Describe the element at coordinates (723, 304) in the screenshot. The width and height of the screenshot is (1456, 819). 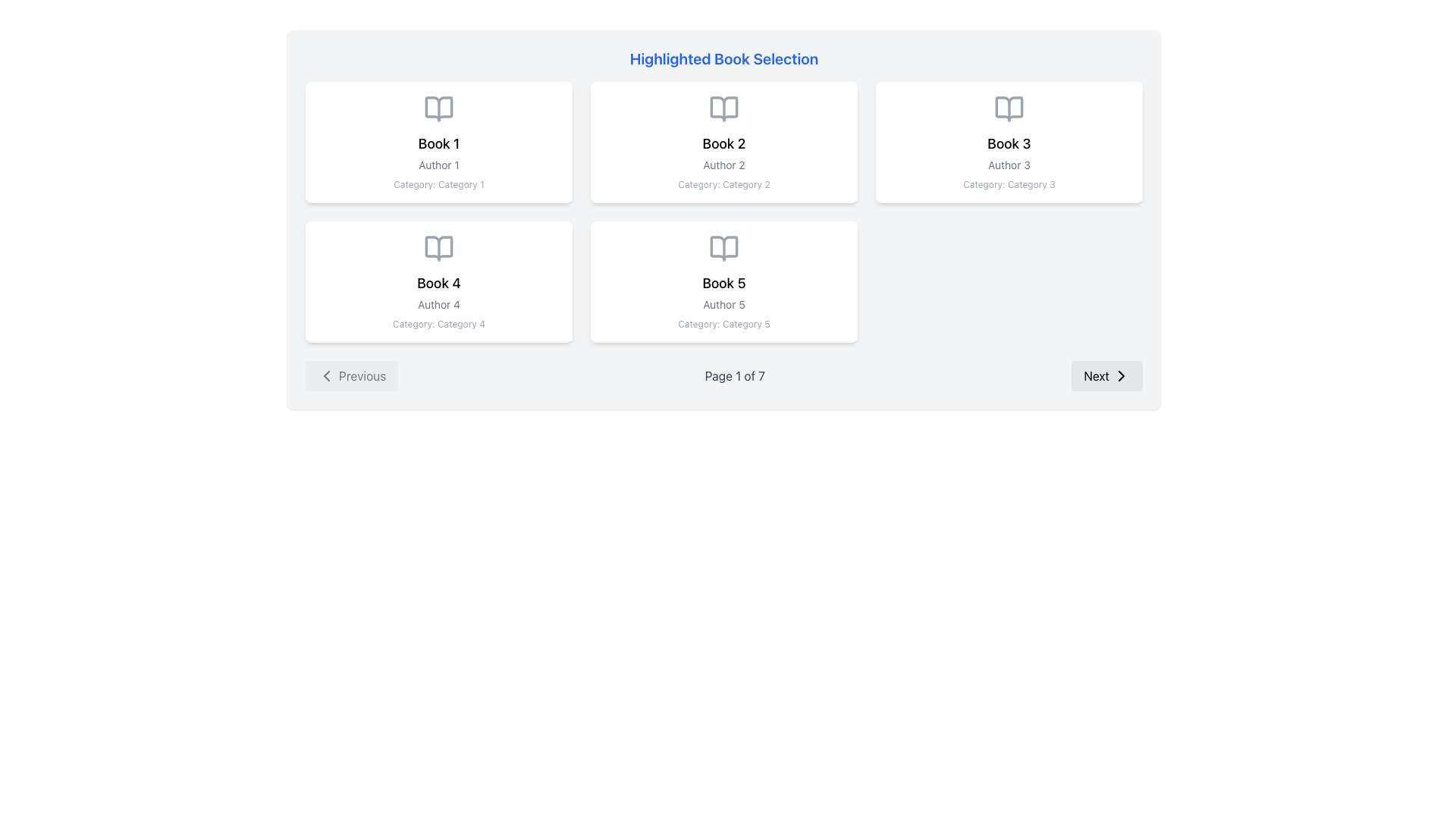
I see `the Text Label indicating the author of the book, located within the card labeled 'Book 5', positioned below the title and above the category description` at that location.